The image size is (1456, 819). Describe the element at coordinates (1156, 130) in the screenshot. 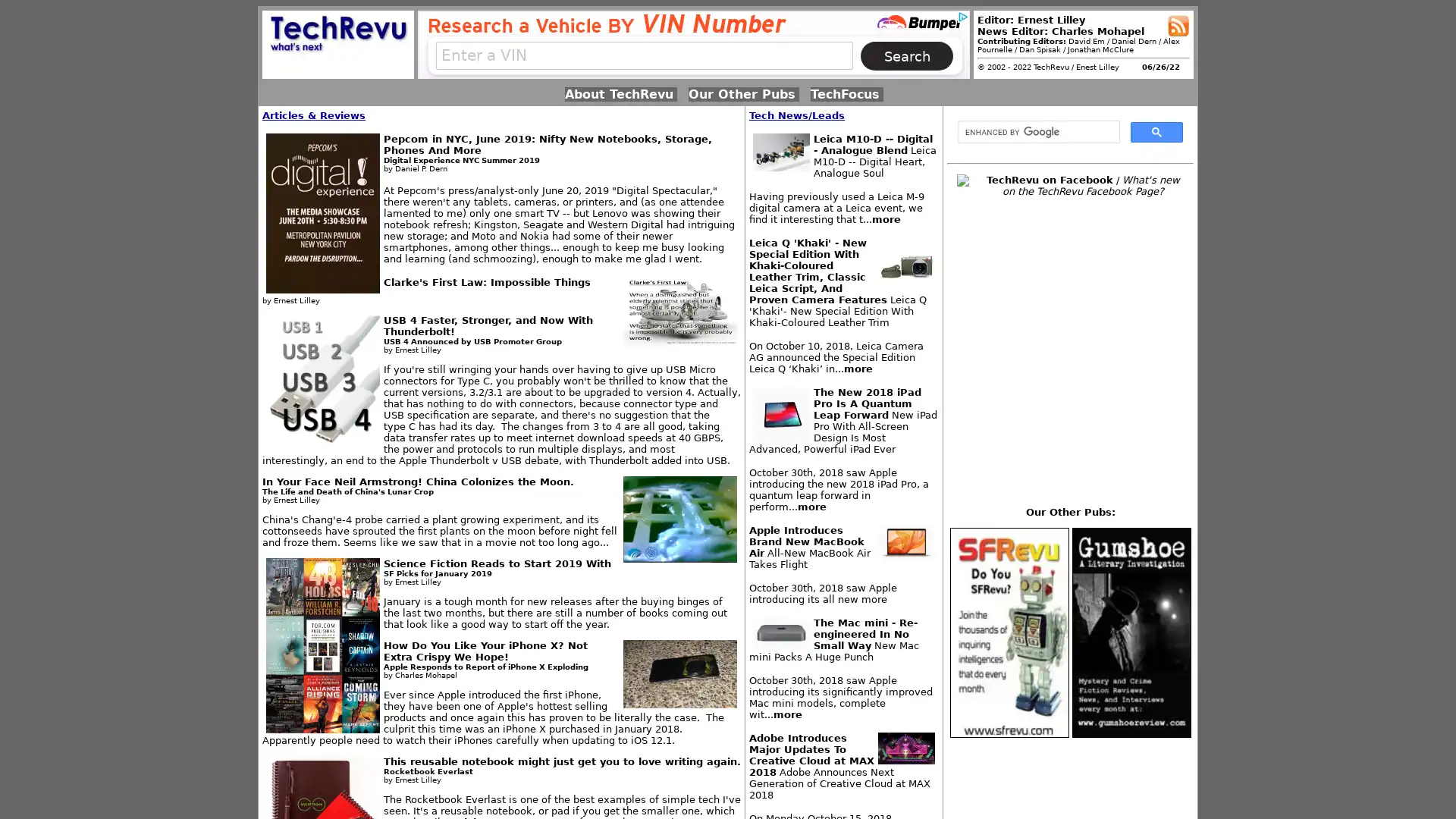

I see `search` at that location.